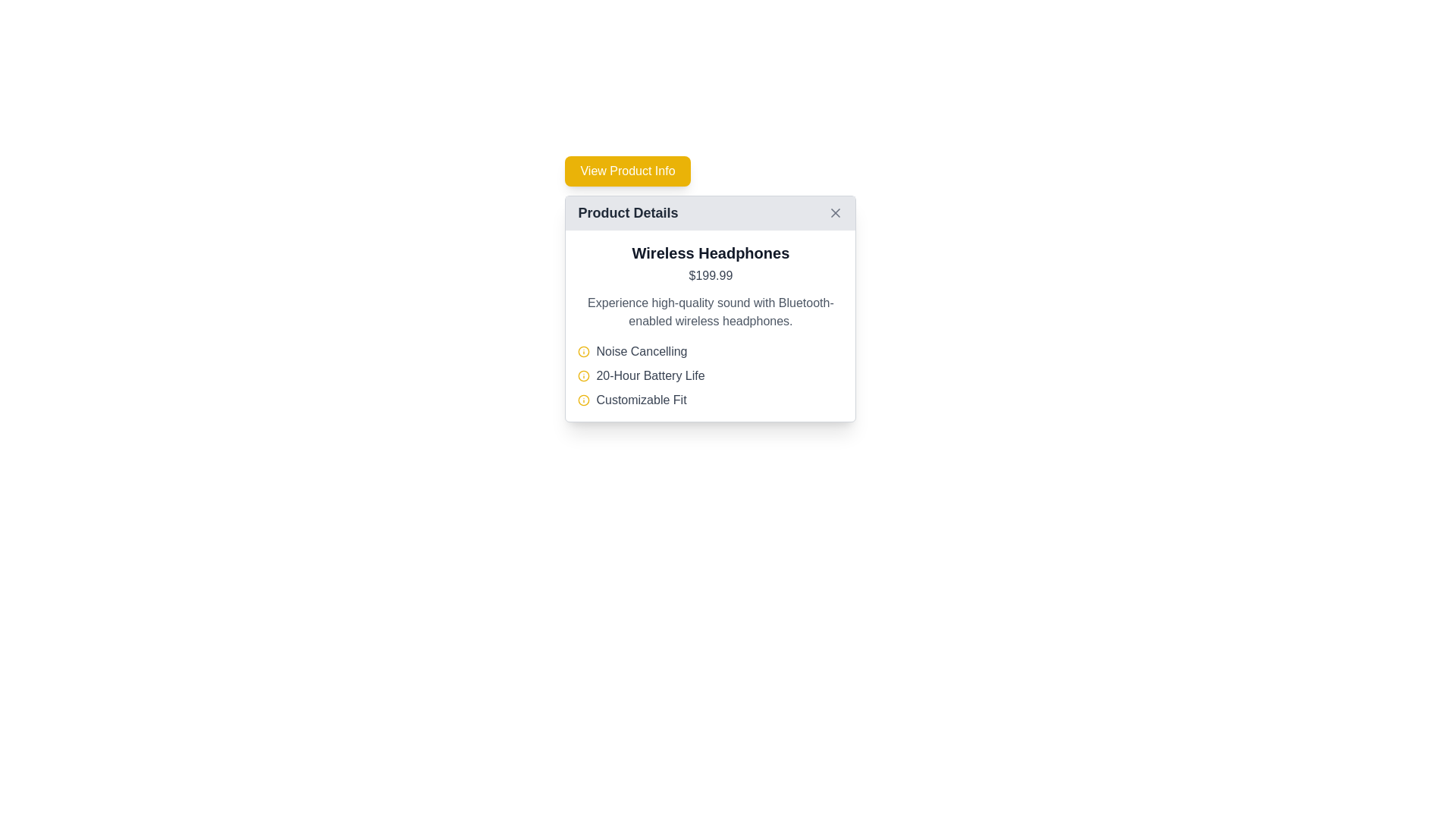  I want to click on the bold 'Product Details' text label located at the top left of the header section of the card interface, so click(628, 213).